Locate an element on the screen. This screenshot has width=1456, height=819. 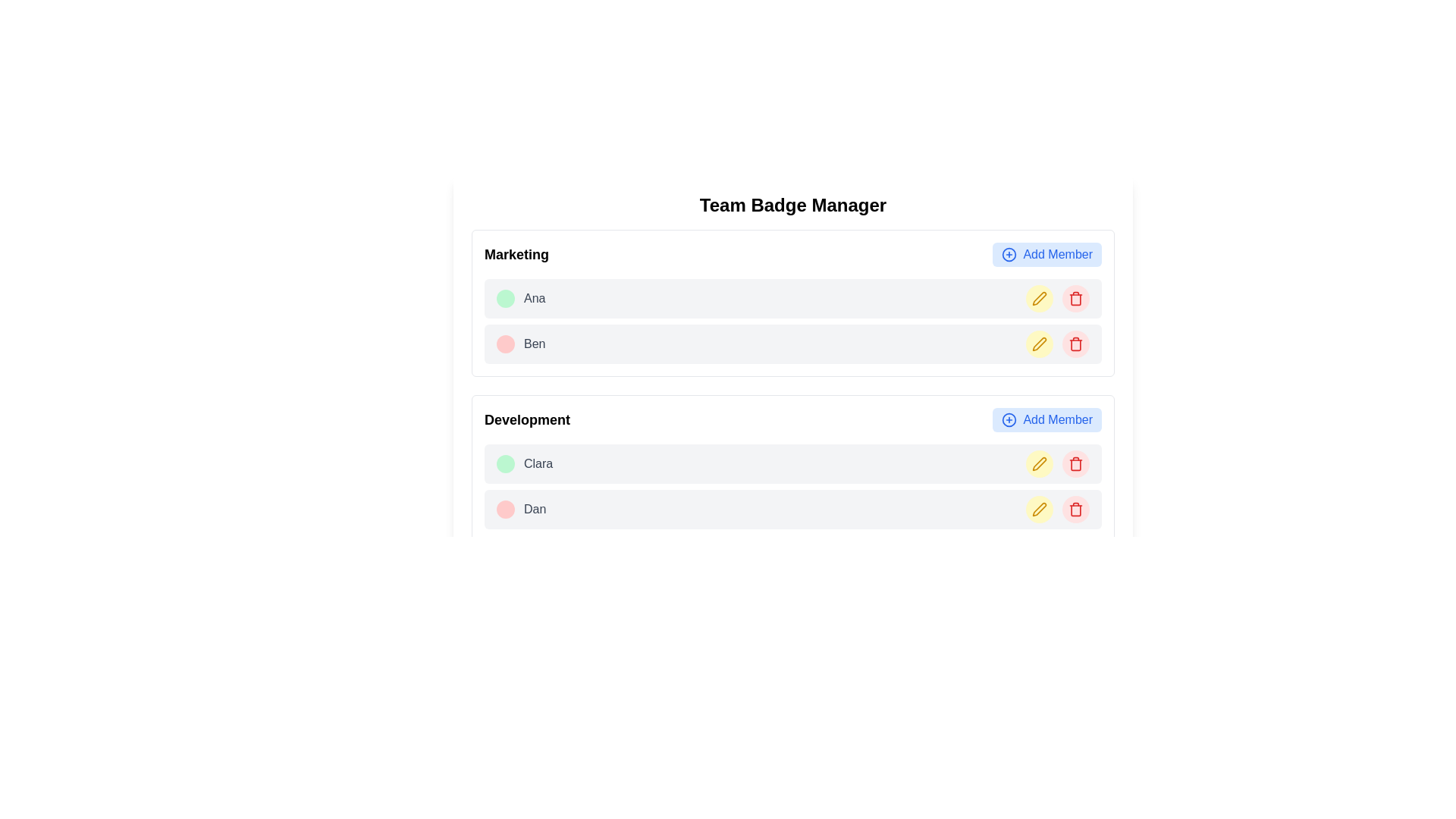
the text label displaying 'Ana' in gray color located in the 'Marketing' section of the page is located at coordinates (535, 298).